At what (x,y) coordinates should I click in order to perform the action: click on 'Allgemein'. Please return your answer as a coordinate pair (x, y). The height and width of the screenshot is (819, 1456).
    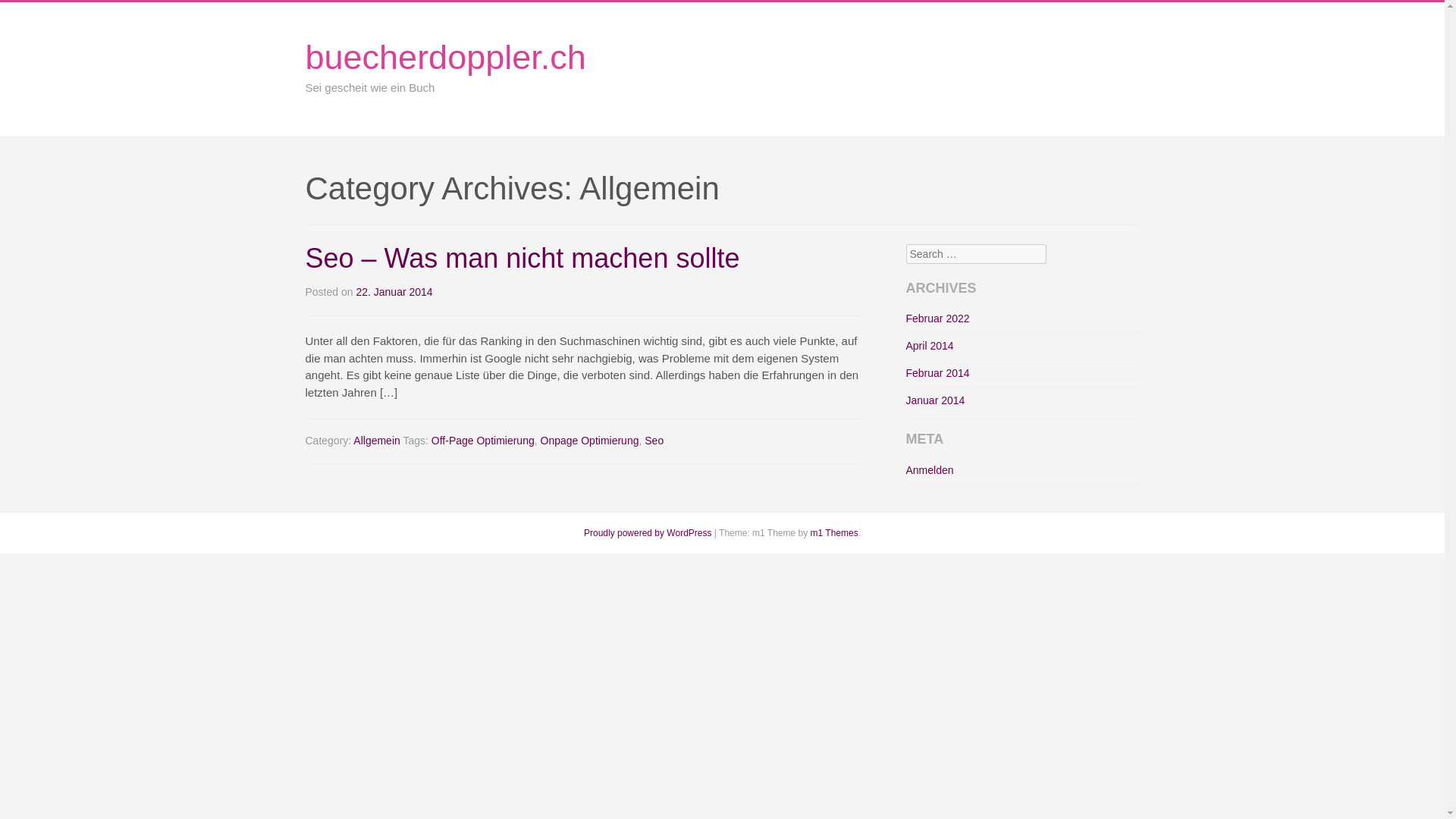
    Looking at the image, I should click on (376, 441).